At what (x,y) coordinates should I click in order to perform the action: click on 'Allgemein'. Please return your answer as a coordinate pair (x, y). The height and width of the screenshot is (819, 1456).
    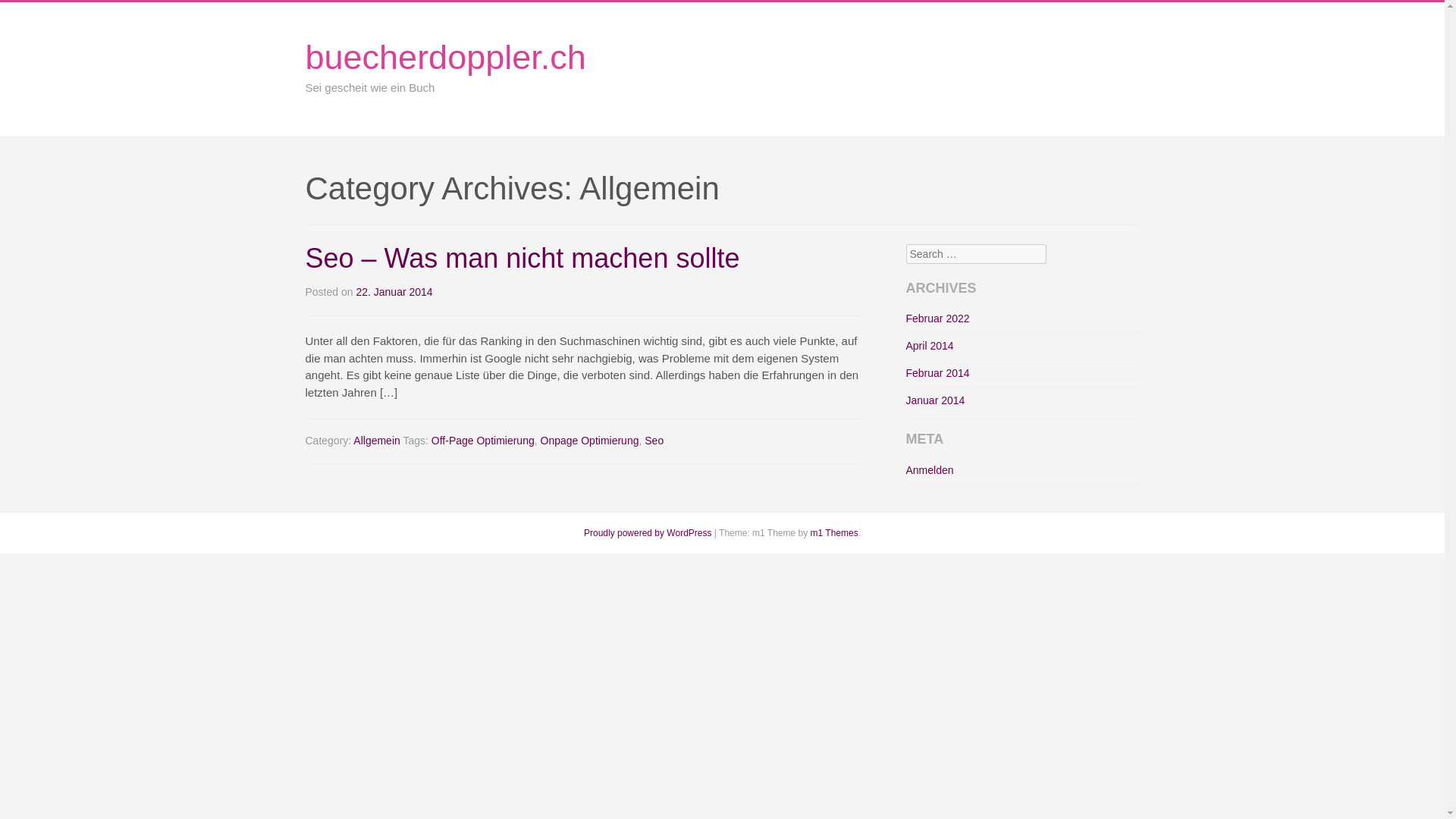
    Looking at the image, I should click on (376, 441).